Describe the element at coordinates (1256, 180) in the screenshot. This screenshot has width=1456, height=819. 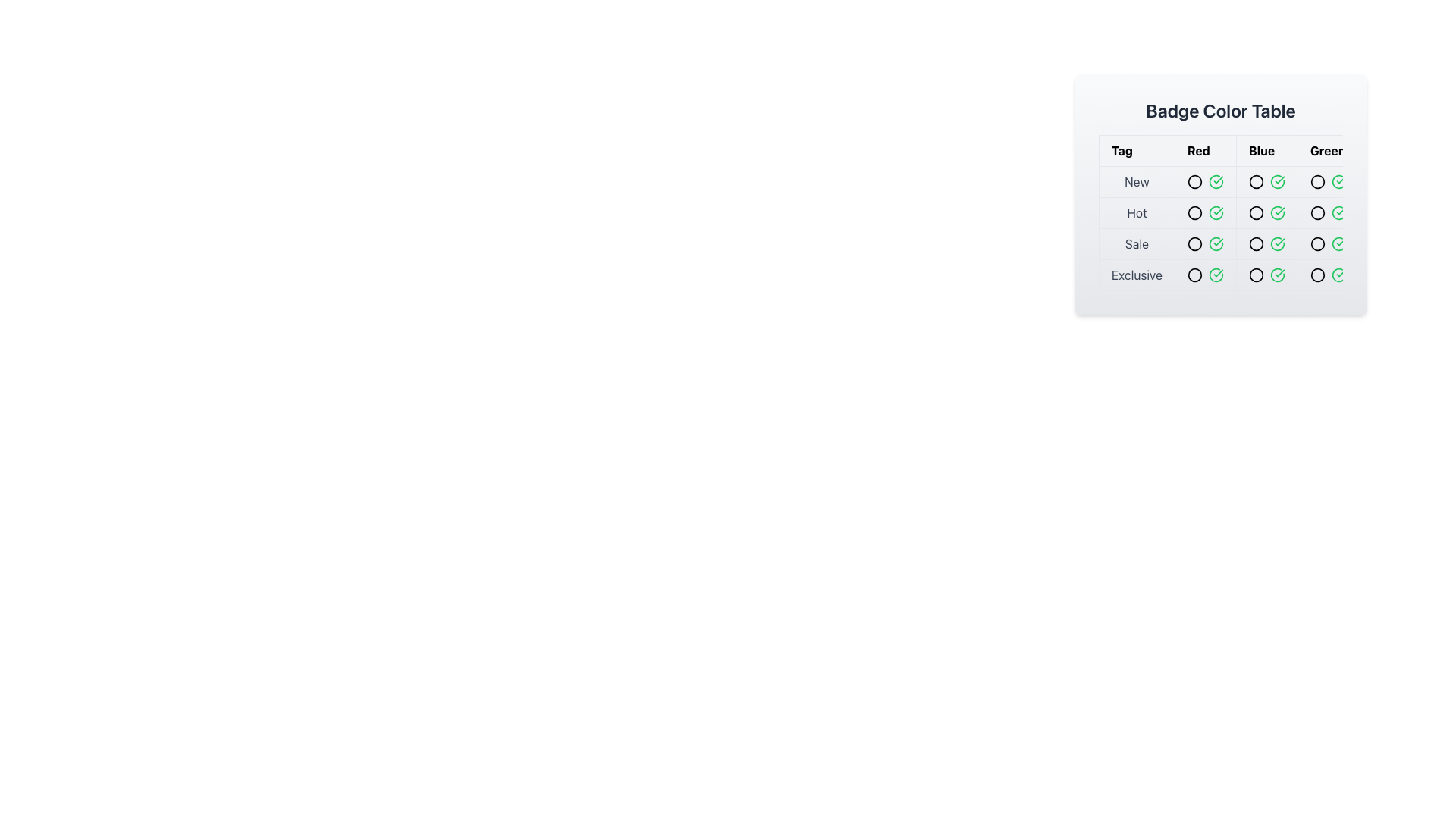
I see `the blue circular icon representing a badge or mark located in the 'Blue' column and 'New' row of the table` at that location.